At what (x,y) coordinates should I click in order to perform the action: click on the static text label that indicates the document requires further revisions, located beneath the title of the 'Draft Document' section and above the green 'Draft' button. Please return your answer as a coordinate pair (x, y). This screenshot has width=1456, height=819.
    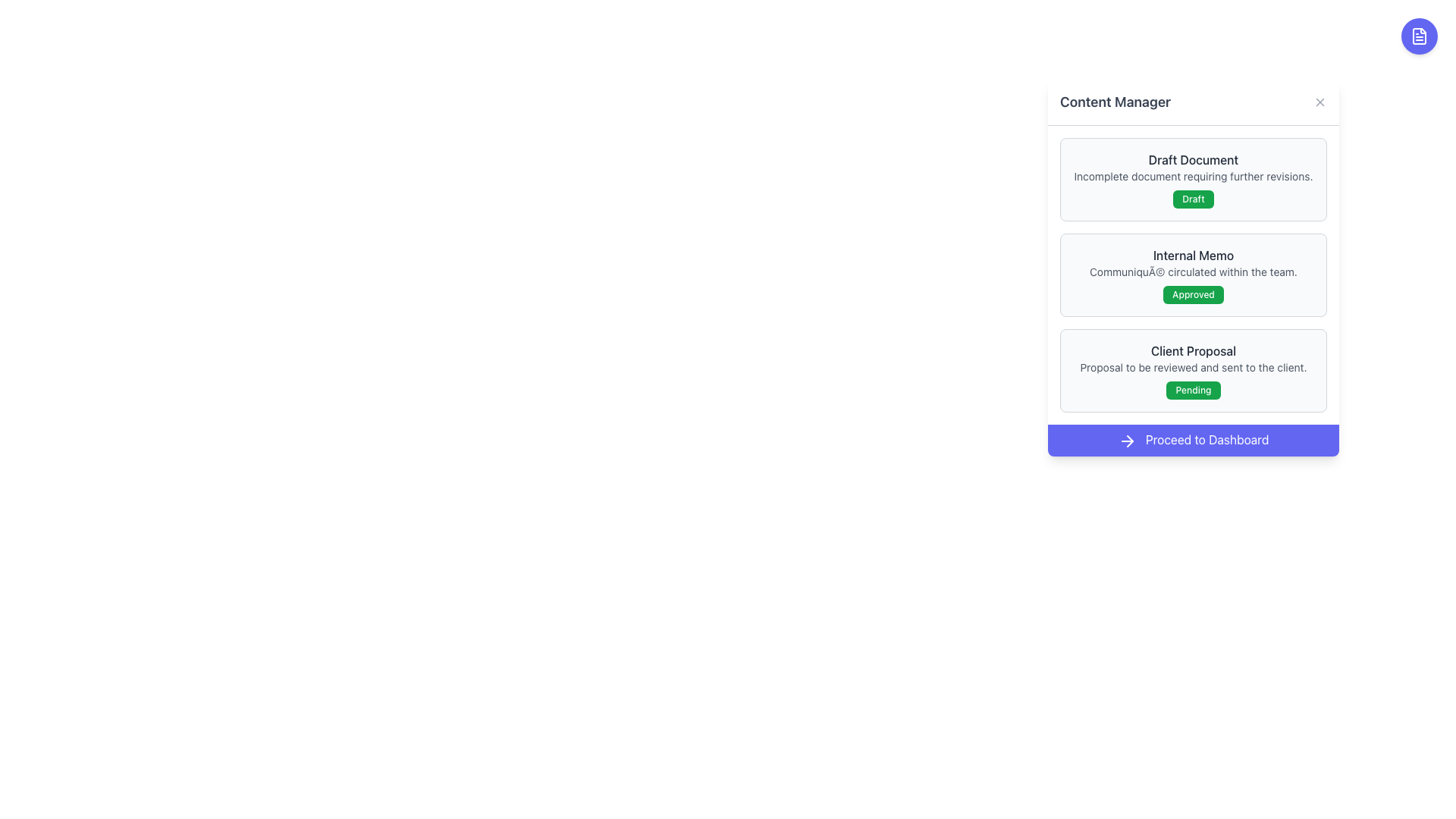
    Looking at the image, I should click on (1193, 175).